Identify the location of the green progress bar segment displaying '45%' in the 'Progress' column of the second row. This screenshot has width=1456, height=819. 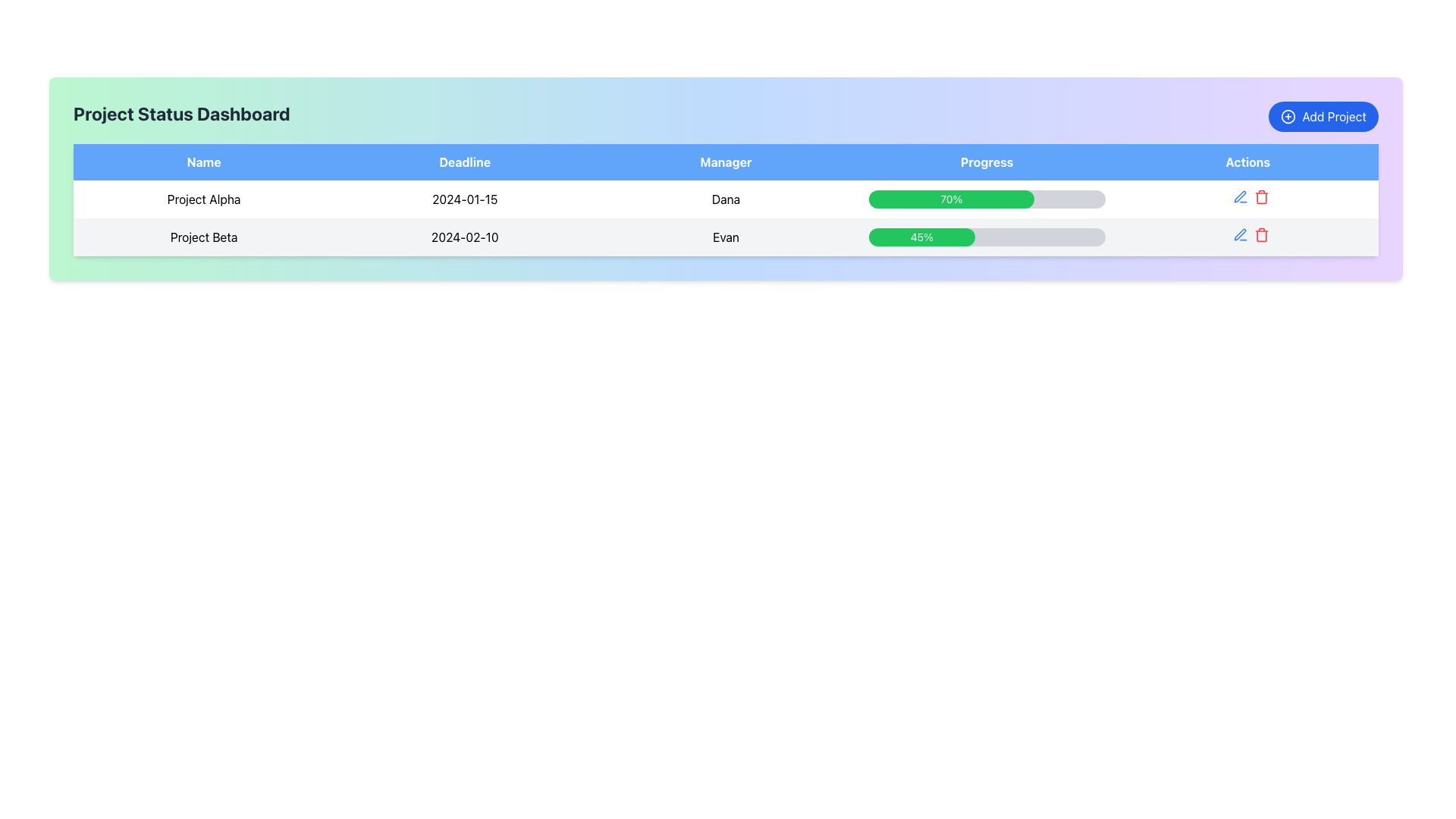
(921, 237).